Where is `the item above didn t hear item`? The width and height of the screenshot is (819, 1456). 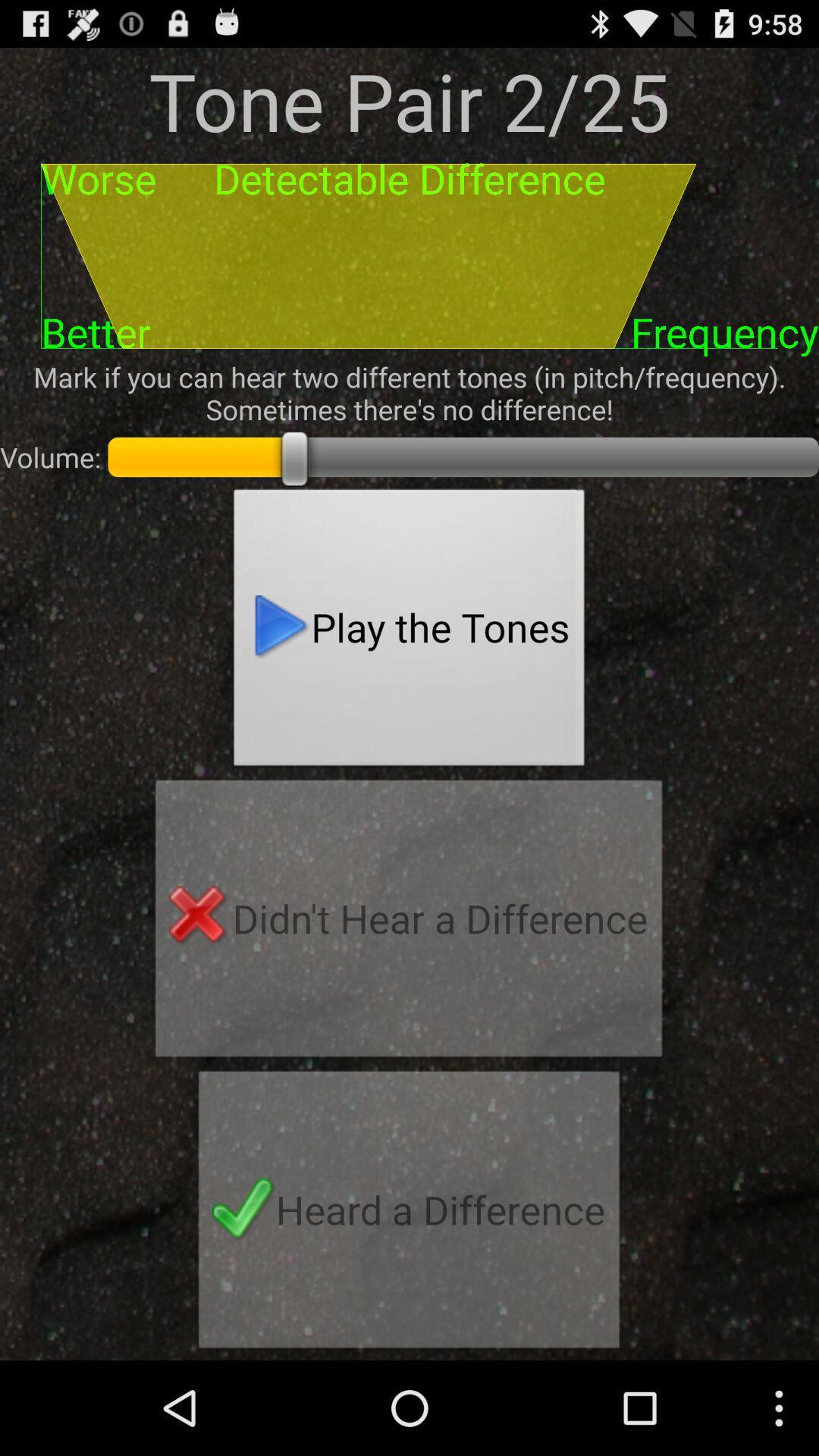
the item above didn t hear item is located at coordinates (409, 632).